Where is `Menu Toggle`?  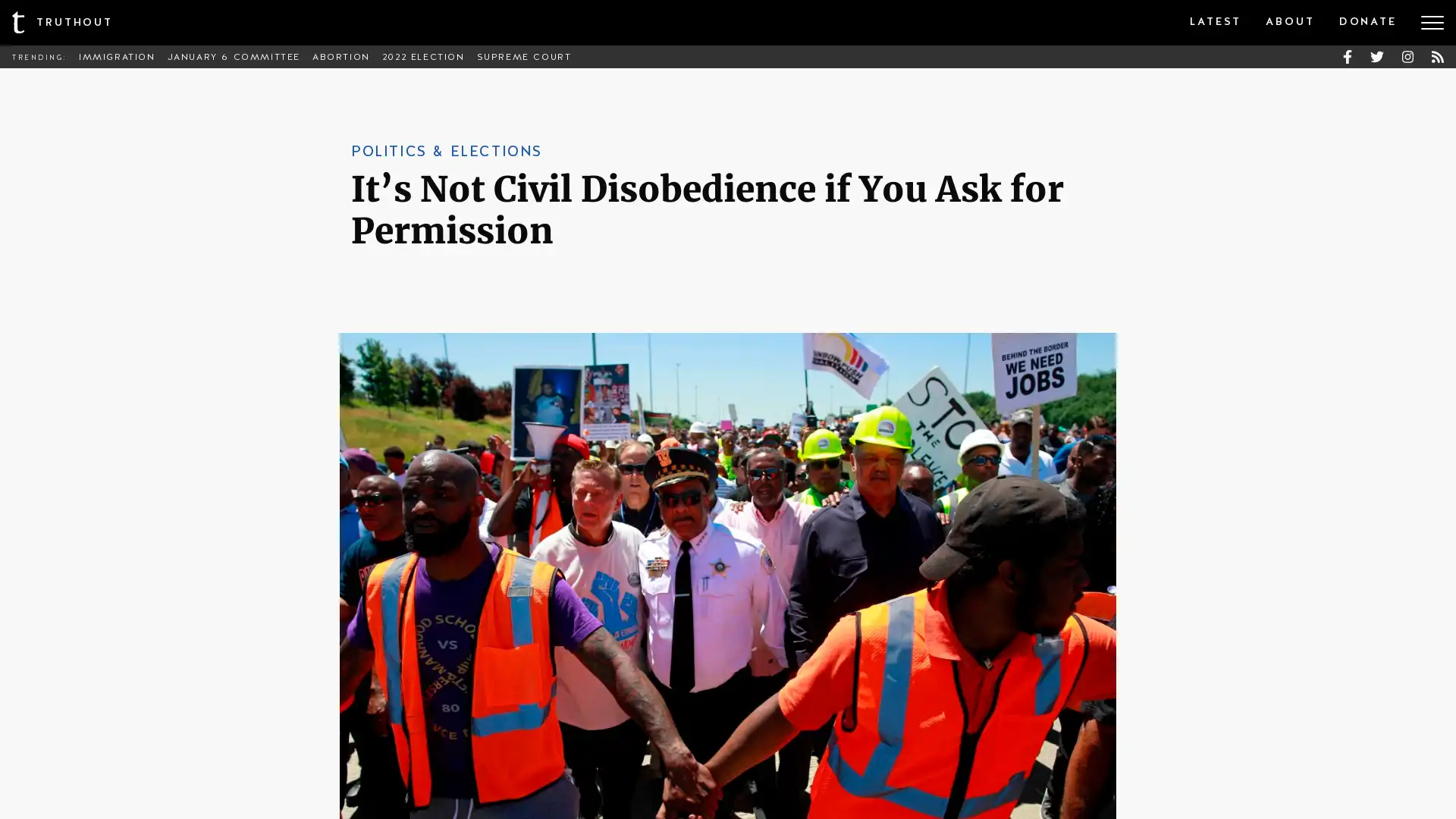 Menu Toggle is located at coordinates (1432, 23).